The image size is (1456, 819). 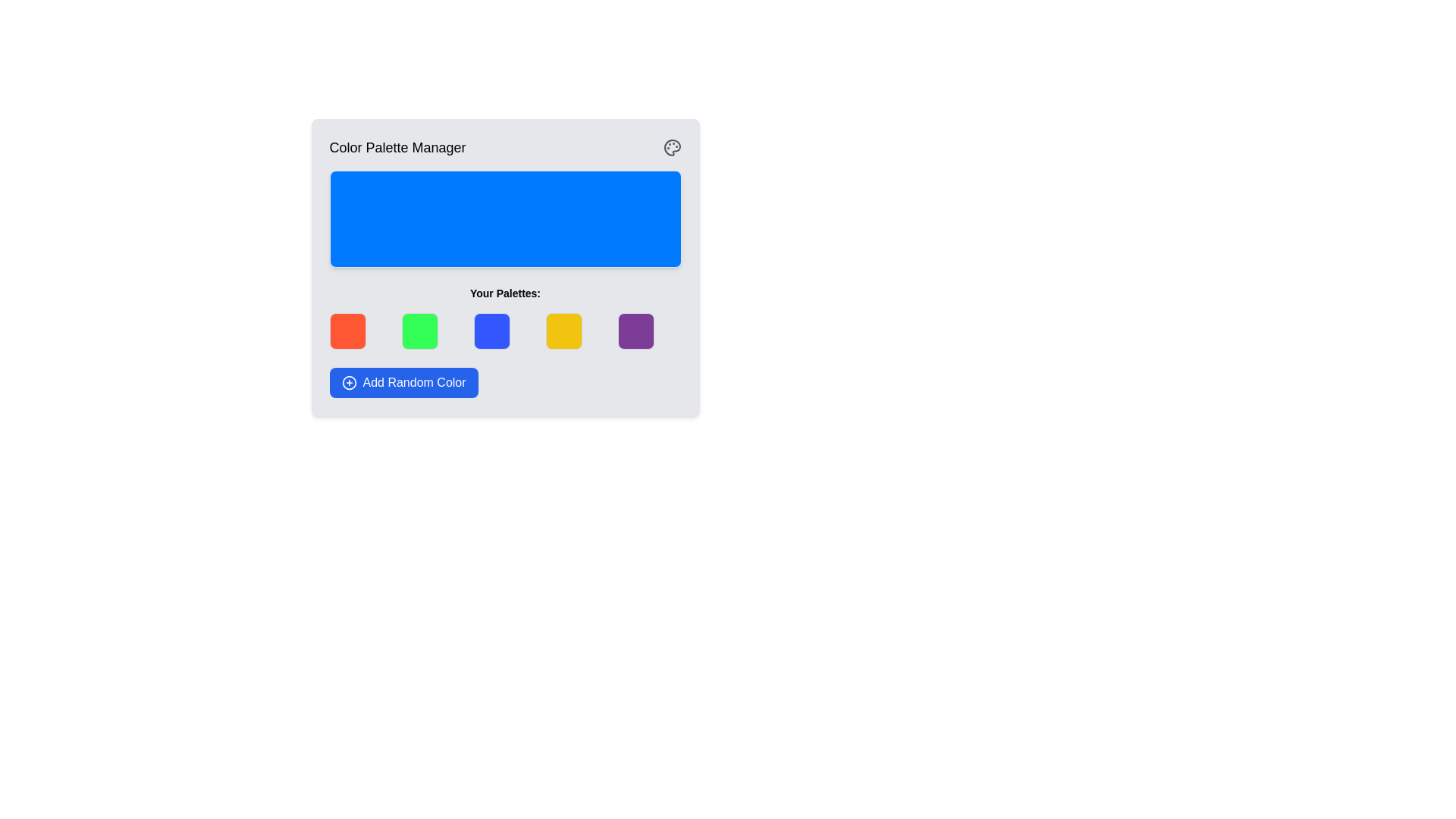 I want to click on the button located beneath the 'Your Palettes:' section, so click(x=403, y=382).